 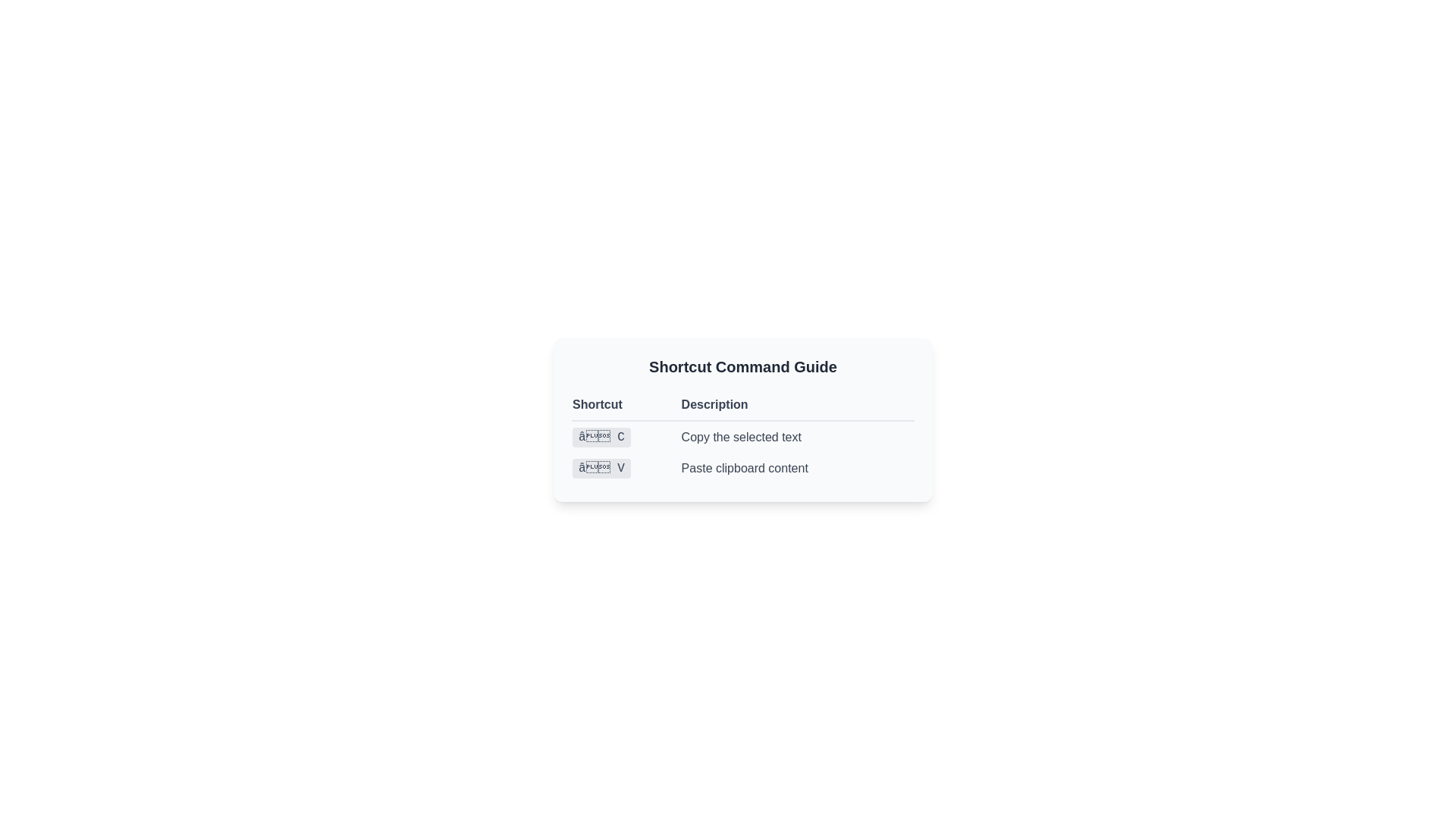 I want to click on the title text that serves as a heading for the content, positioned at the top center of a card-like component, so click(x=742, y=366).